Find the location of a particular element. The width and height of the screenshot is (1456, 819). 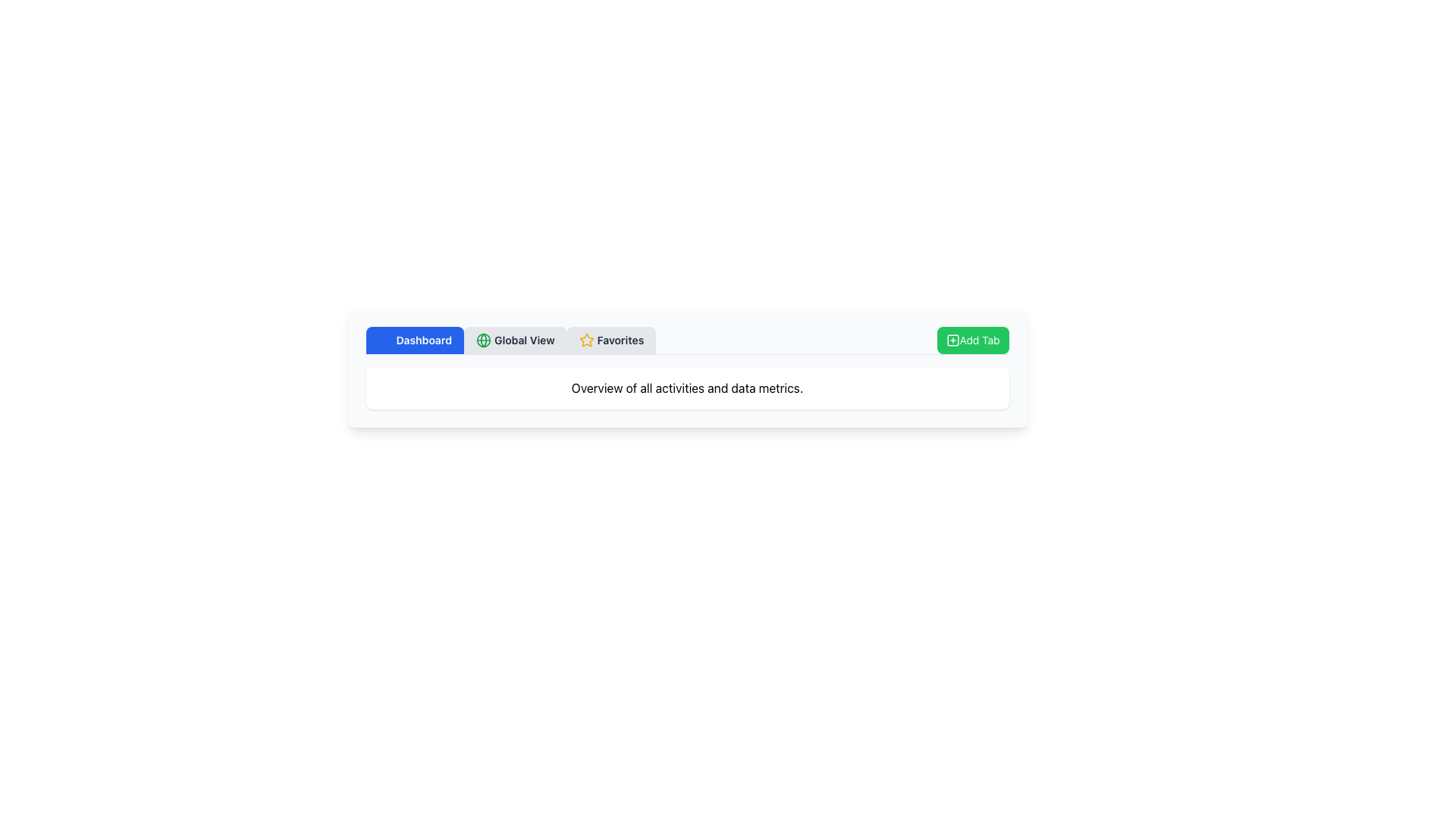

the text label within the green button located at the top right of the interface, which allows users to add a new tab or functionality is located at coordinates (979, 339).